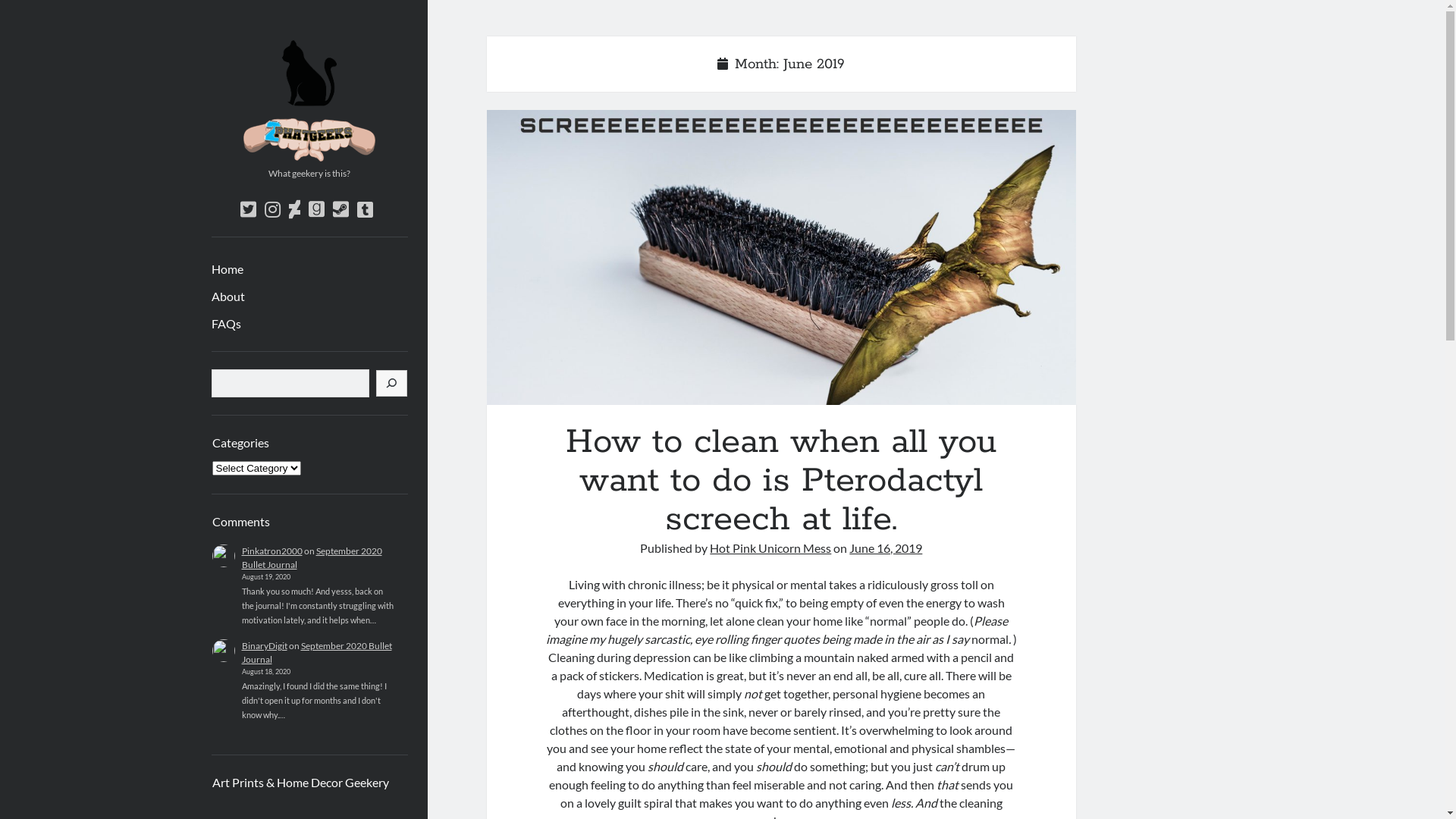 The height and width of the screenshot is (819, 1456). What do you see at coordinates (247, 209) in the screenshot?
I see `'twitter'` at bounding box center [247, 209].